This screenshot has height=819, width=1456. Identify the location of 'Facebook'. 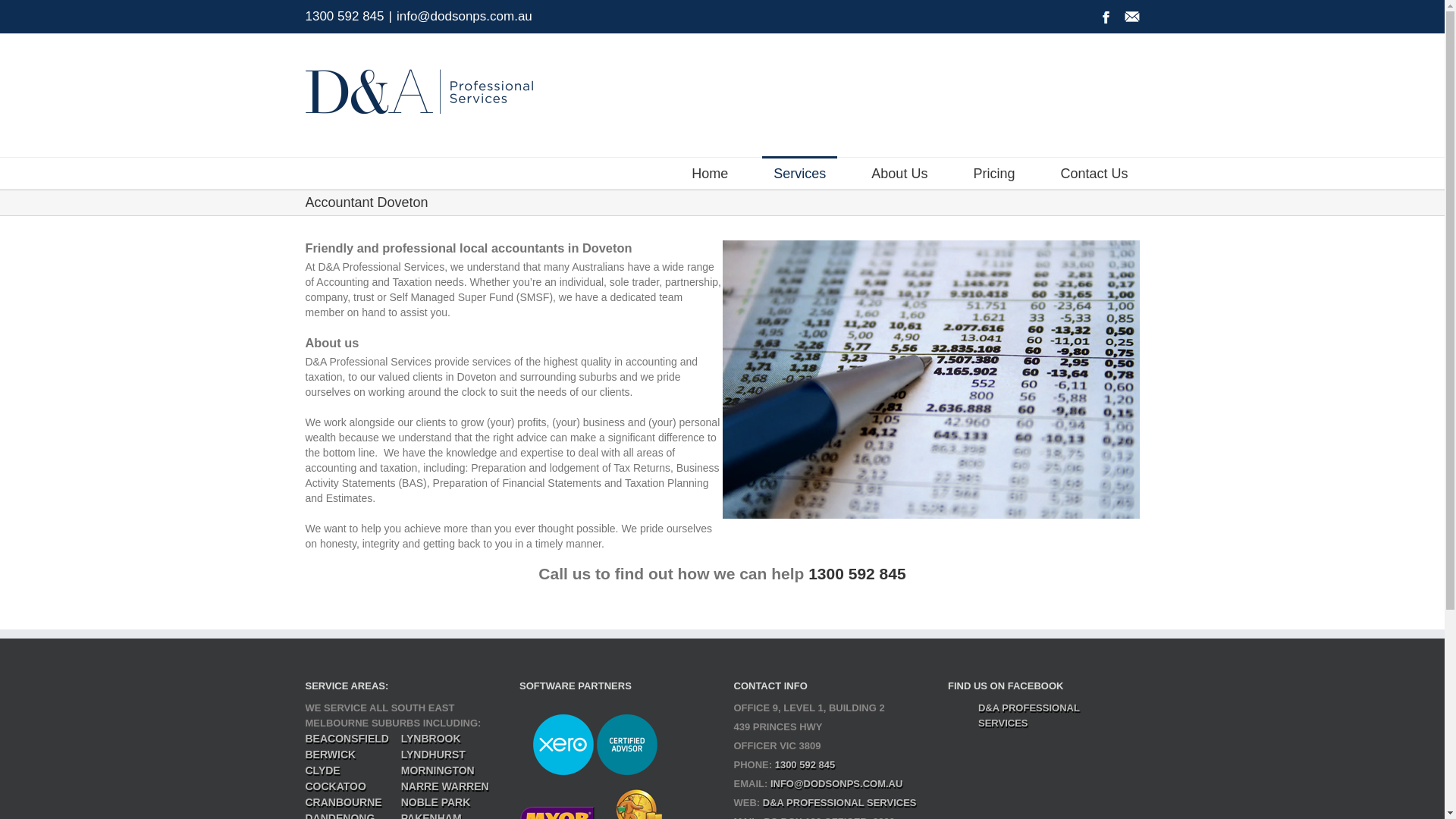
(1106, 17).